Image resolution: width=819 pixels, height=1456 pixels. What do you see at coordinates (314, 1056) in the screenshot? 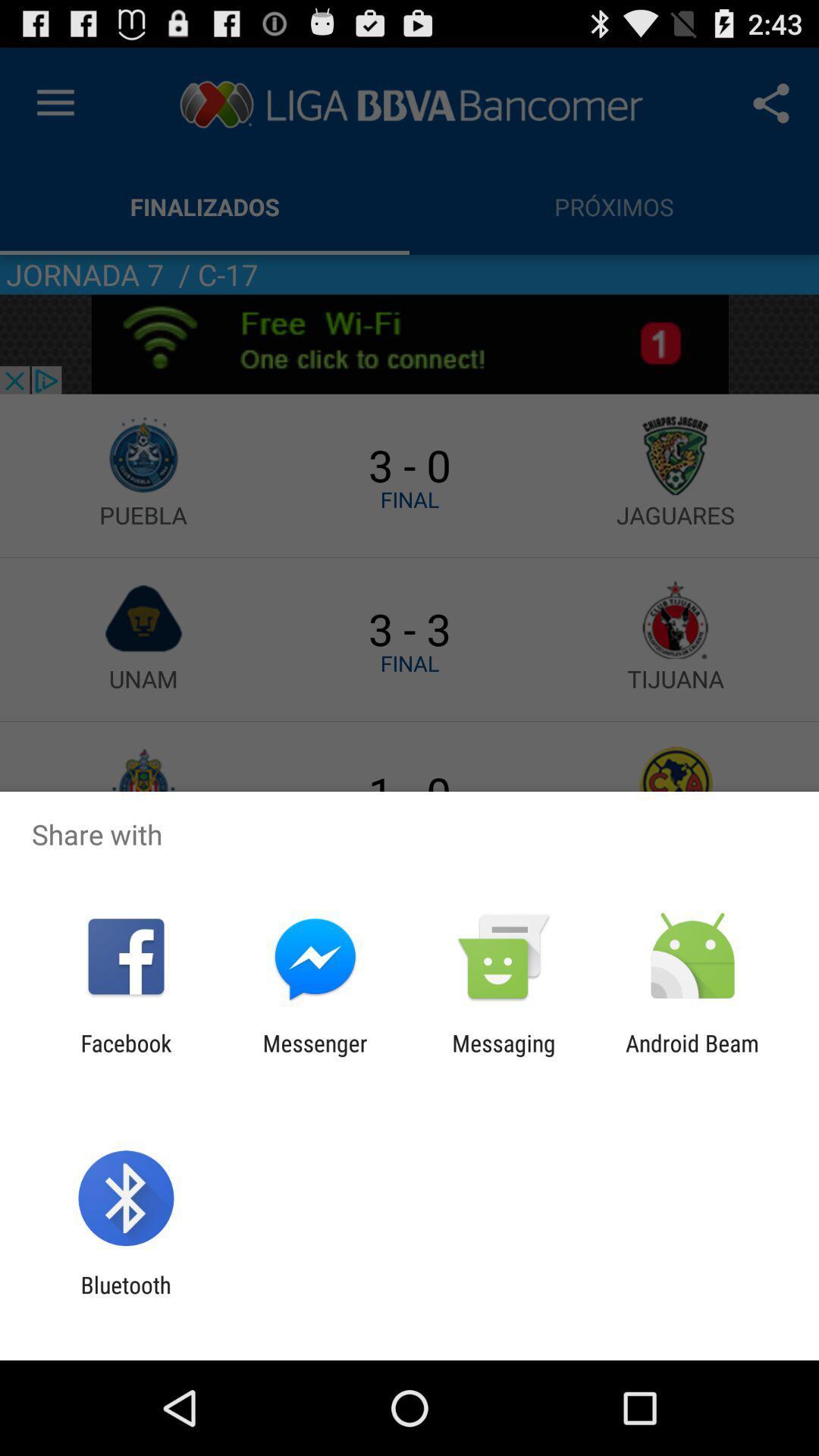
I see `the icon to the left of messaging` at bounding box center [314, 1056].